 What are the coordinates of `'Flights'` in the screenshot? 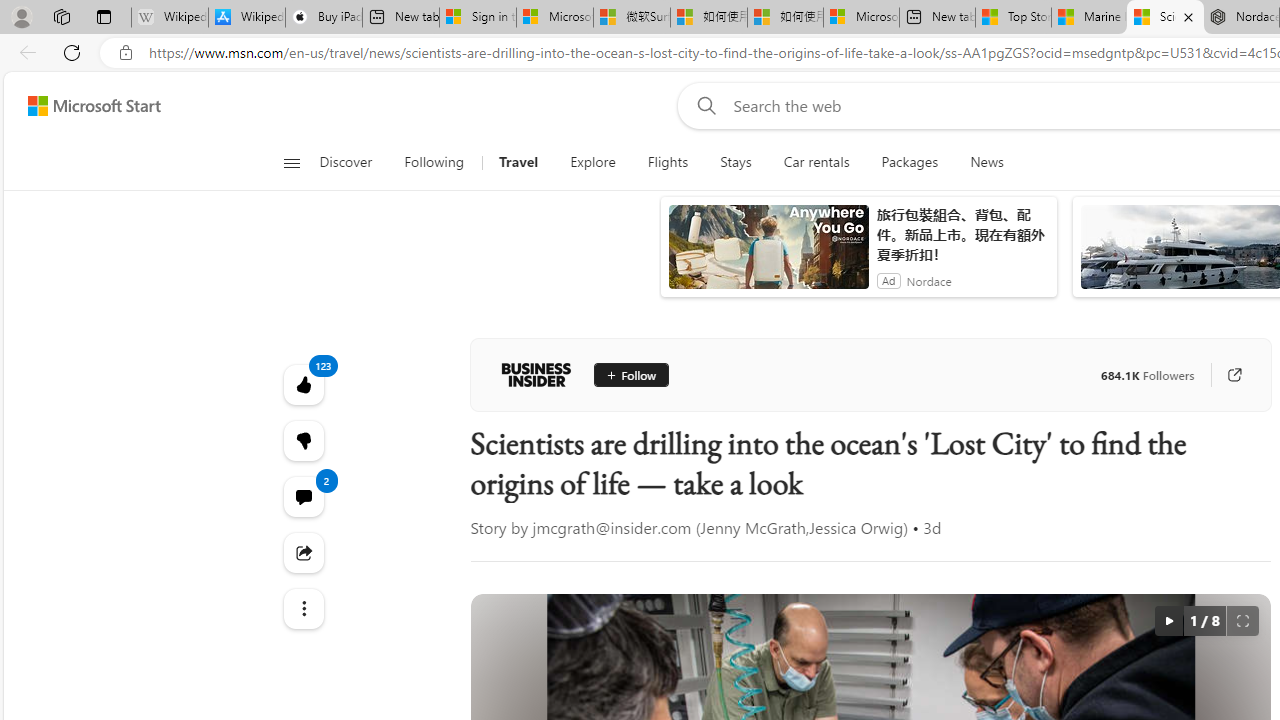 It's located at (667, 162).